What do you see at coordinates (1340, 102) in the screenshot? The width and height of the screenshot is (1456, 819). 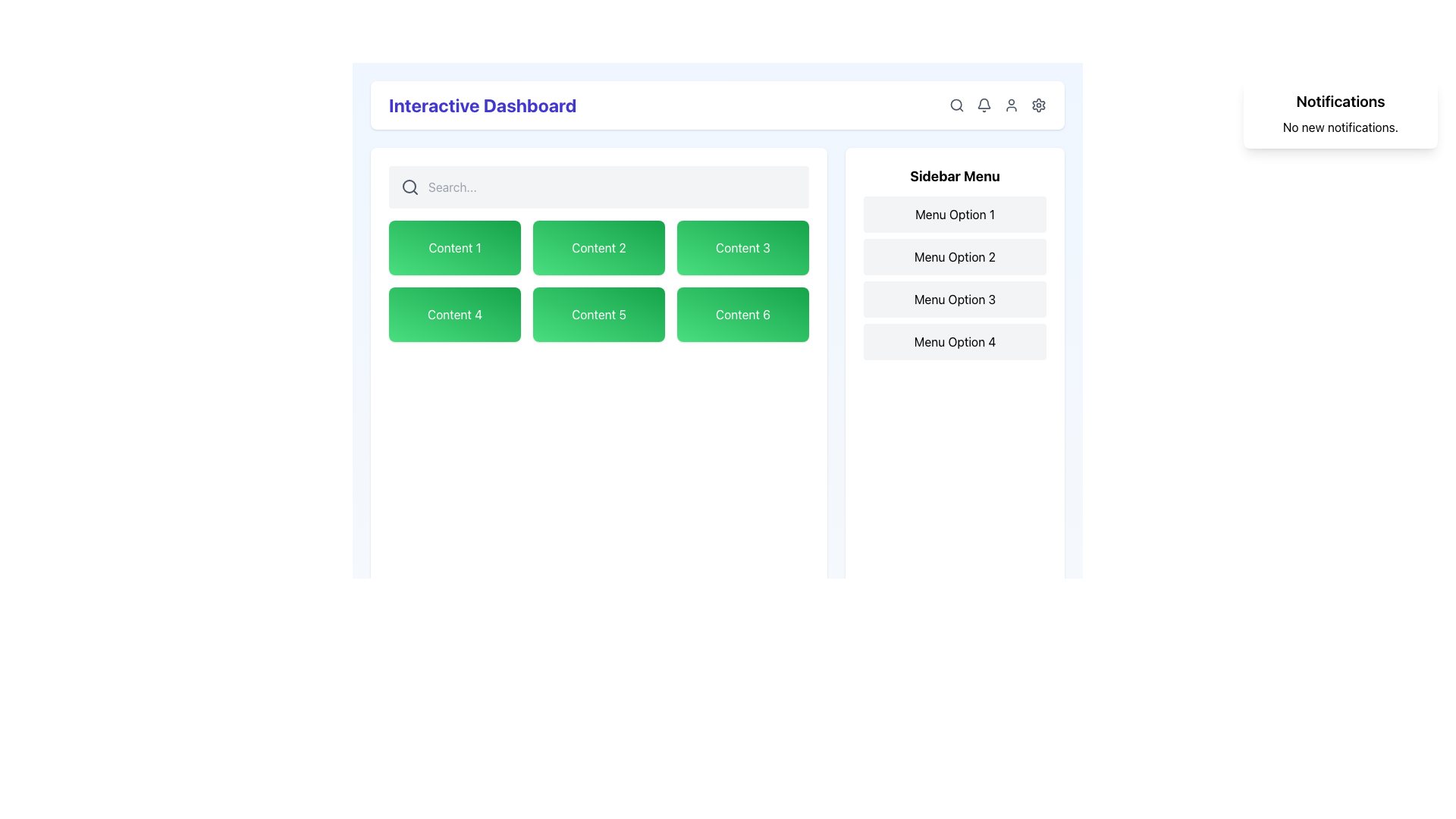 I see `title text in the notification card, which indicates the content relates to notifications and is positioned at the top-center of the card` at bounding box center [1340, 102].